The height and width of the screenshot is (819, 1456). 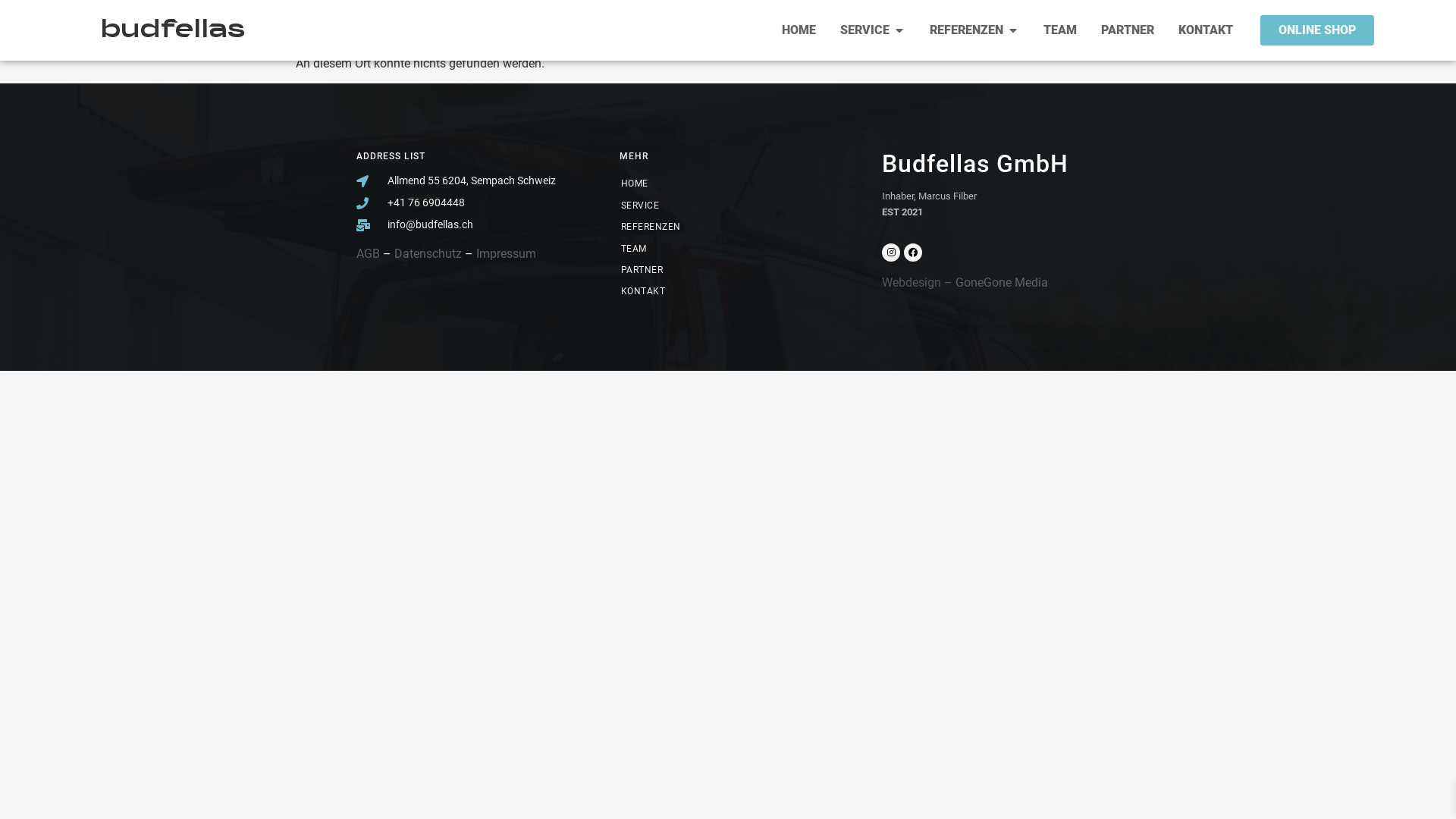 I want to click on 'TEAM', so click(x=604, y=247).